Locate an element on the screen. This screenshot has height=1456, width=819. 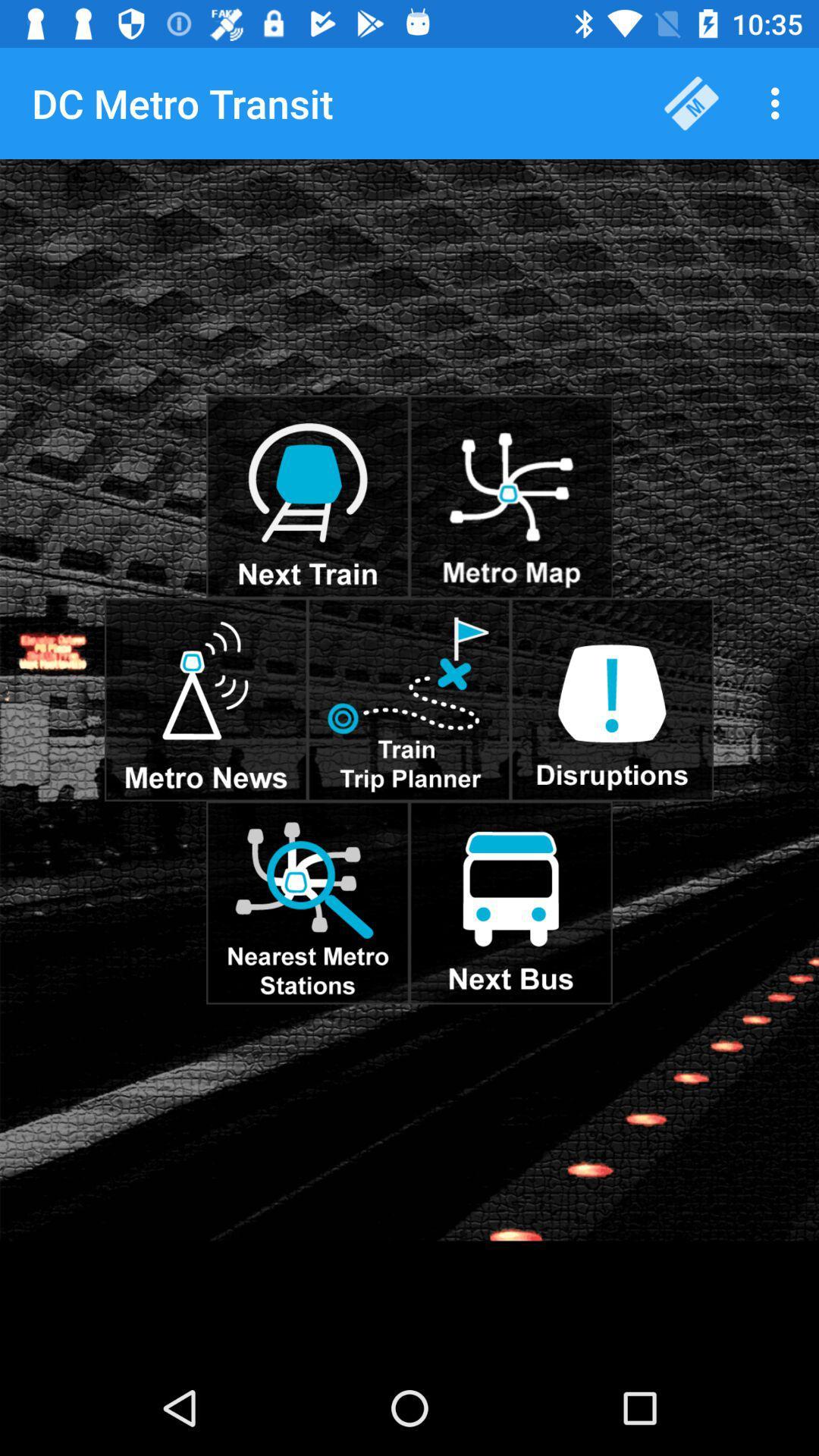
metro news option is located at coordinates (206, 698).